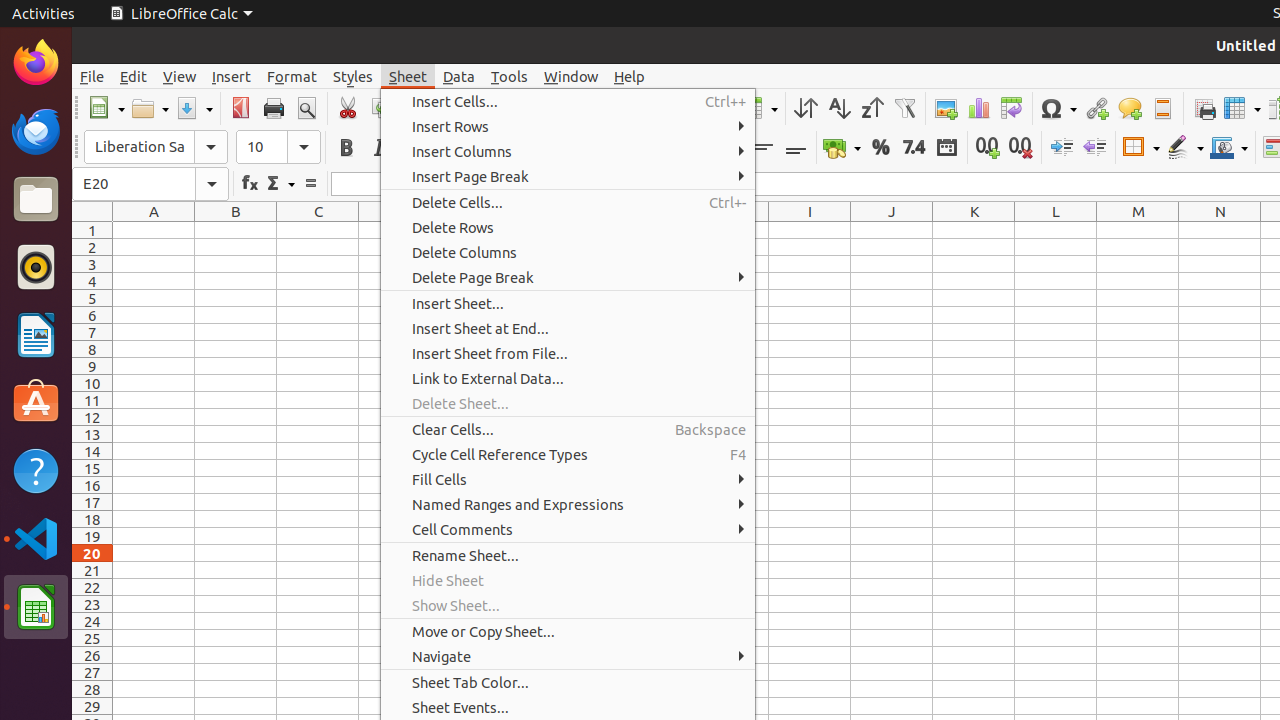 The image size is (1280, 720). I want to click on 'B1', so click(236, 229).